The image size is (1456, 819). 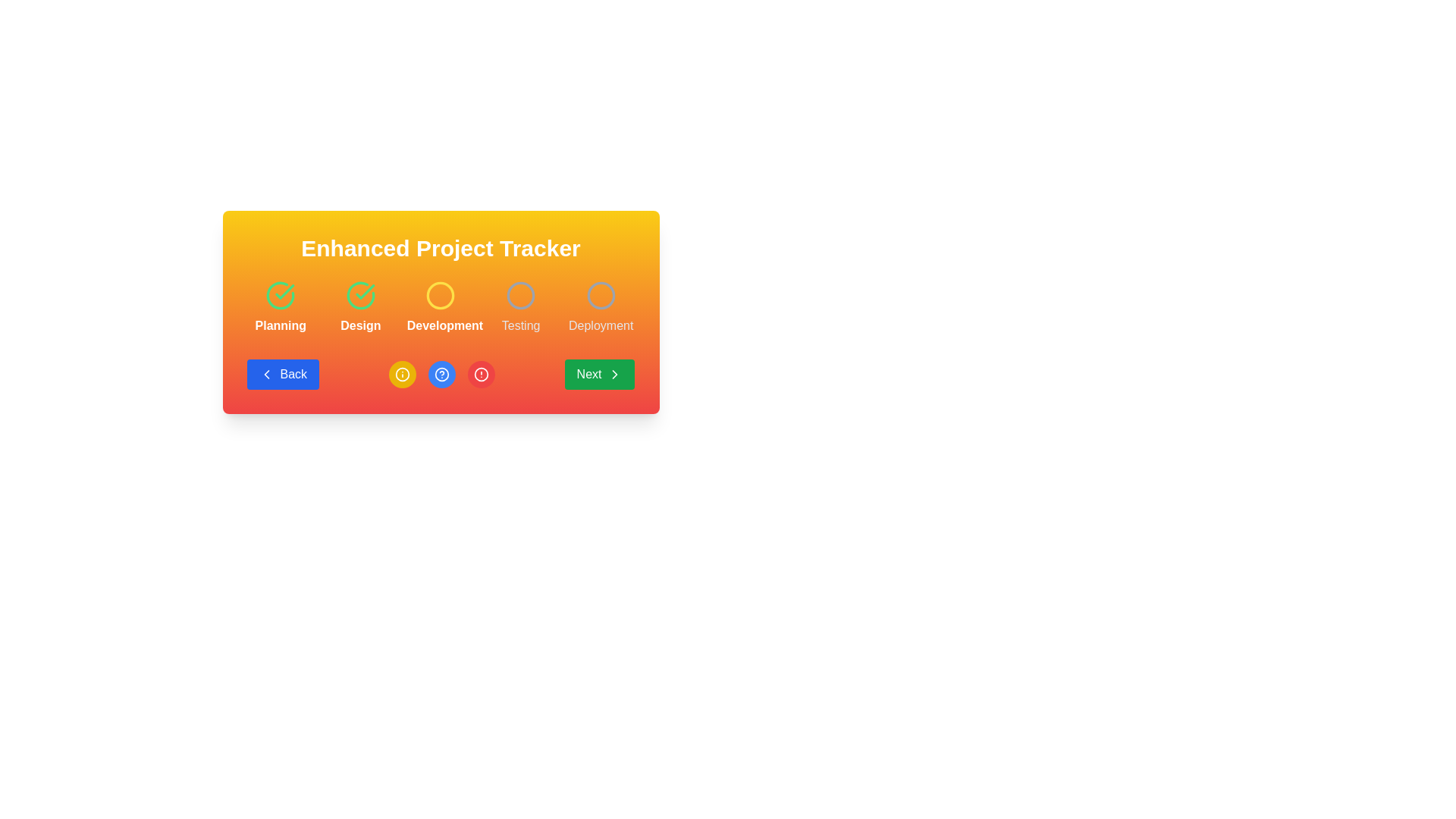 I want to click on the 'Planning' step item, which is the first step in a progression component, indicated by a green checkmark icon, so click(x=281, y=307).